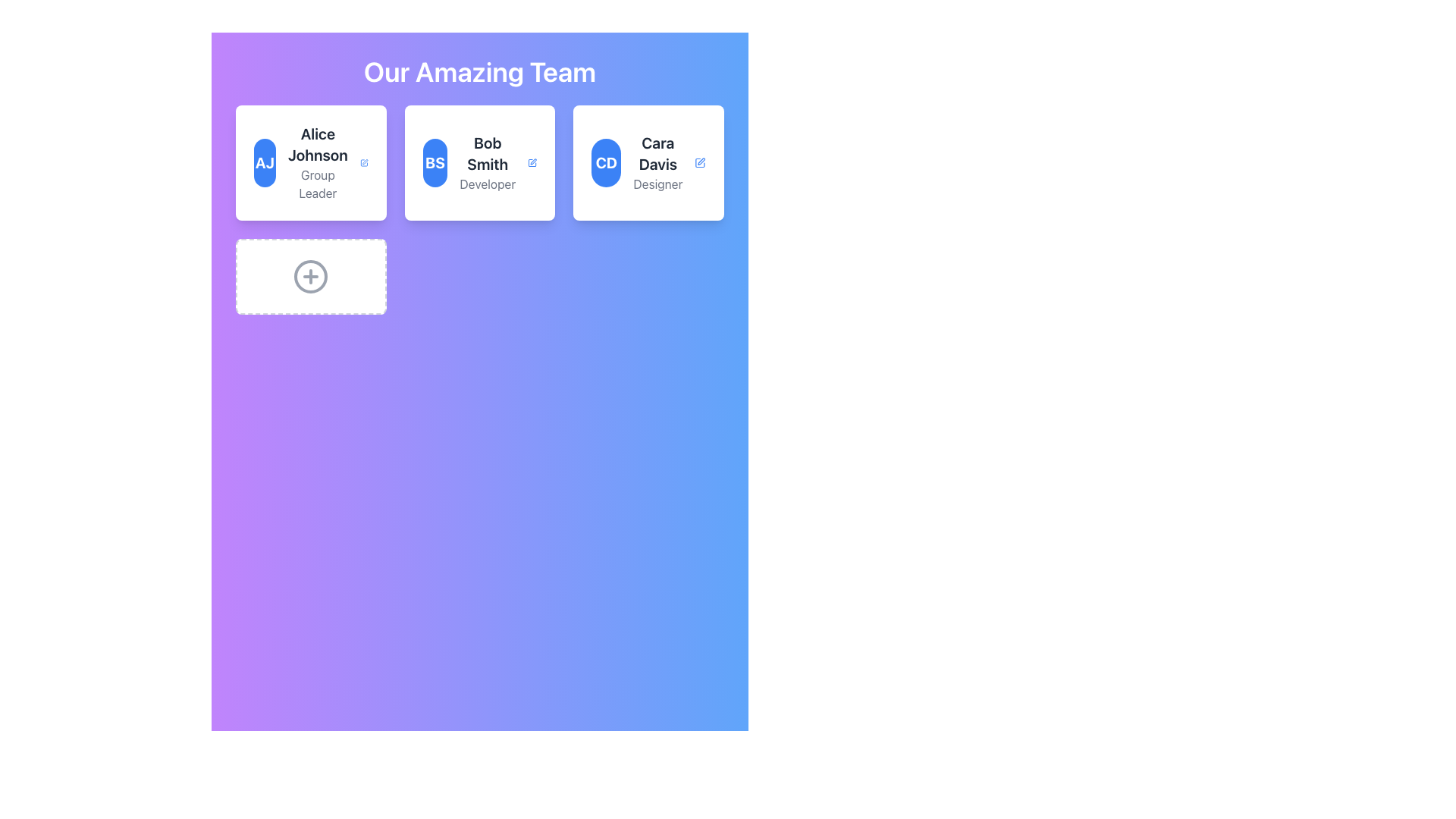 The width and height of the screenshot is (1456, 819). Describe the element at coordinates (699, 163) in the screenshot. I see `the interactive square icon with a blue outline depicting a pen, located in the top-right corner of the card for 'Cara Davis', to initiate an edit action` at that location.